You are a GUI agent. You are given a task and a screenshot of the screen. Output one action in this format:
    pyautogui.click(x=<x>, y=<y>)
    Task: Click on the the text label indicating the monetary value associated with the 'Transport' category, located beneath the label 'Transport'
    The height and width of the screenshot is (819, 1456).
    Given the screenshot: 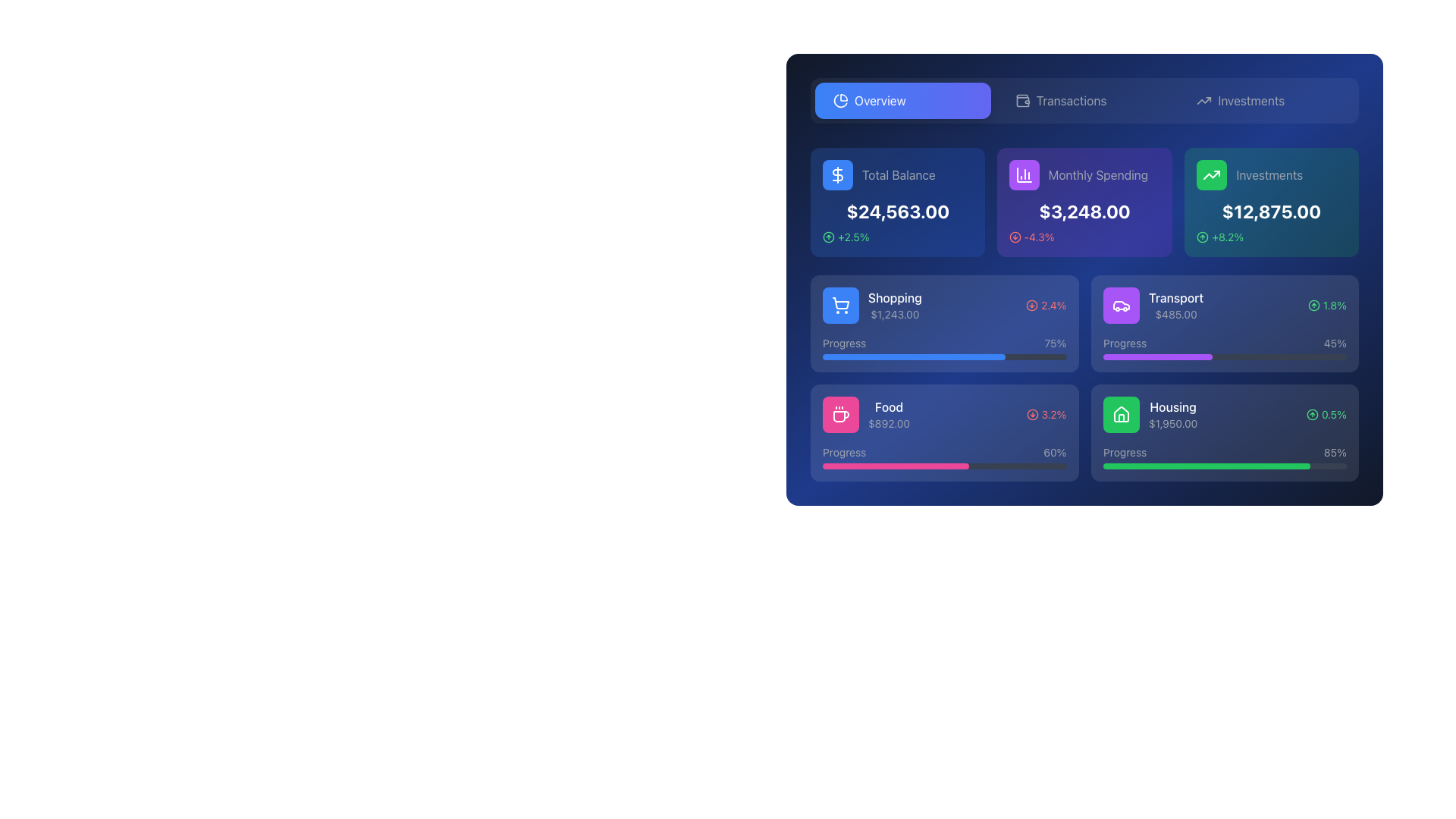 What is the action you would take?
    pyautogui.click(x=1175, y=314)
    